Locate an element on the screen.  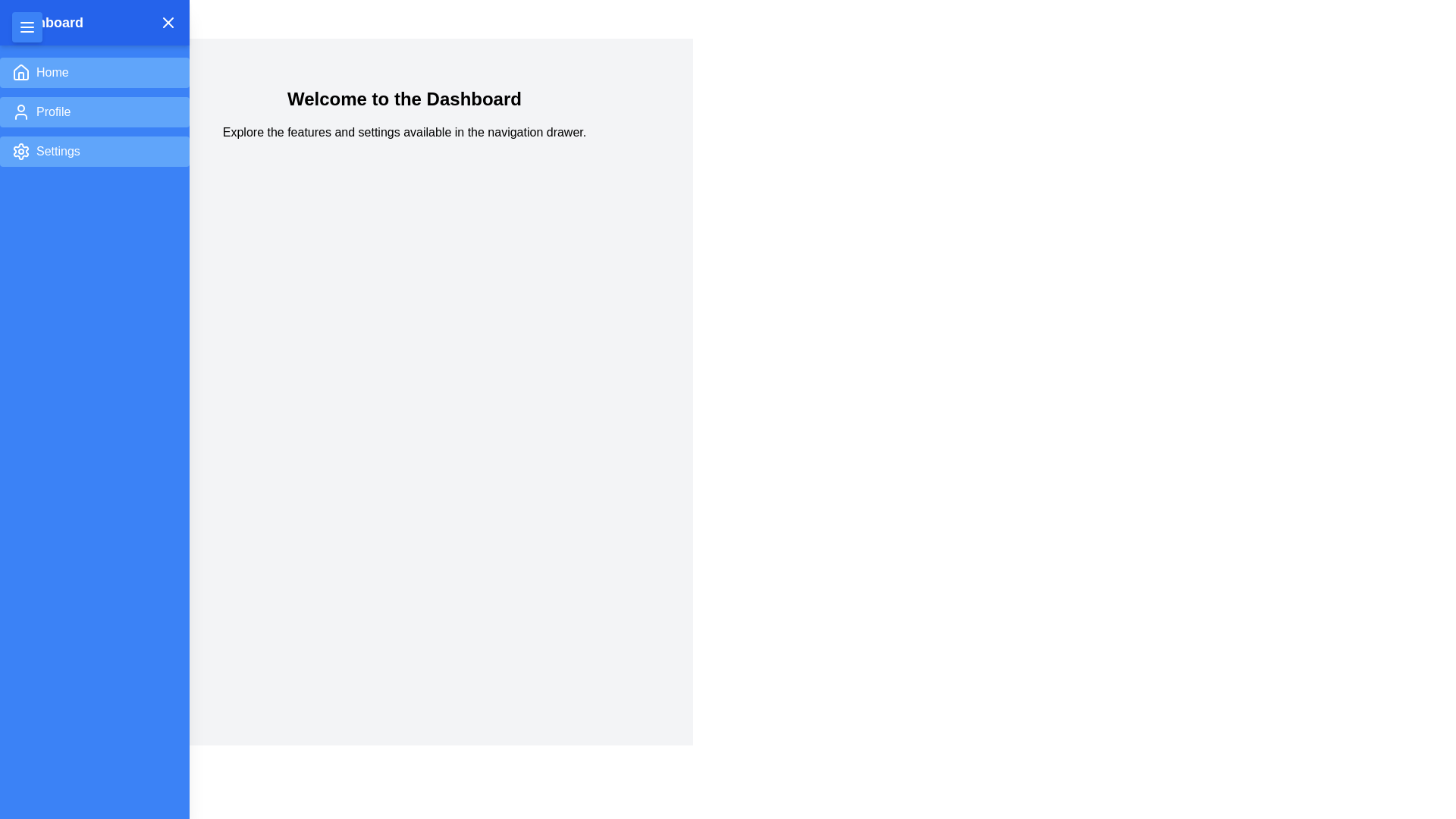
the stylized house icon is located at coordinates (21, 72).